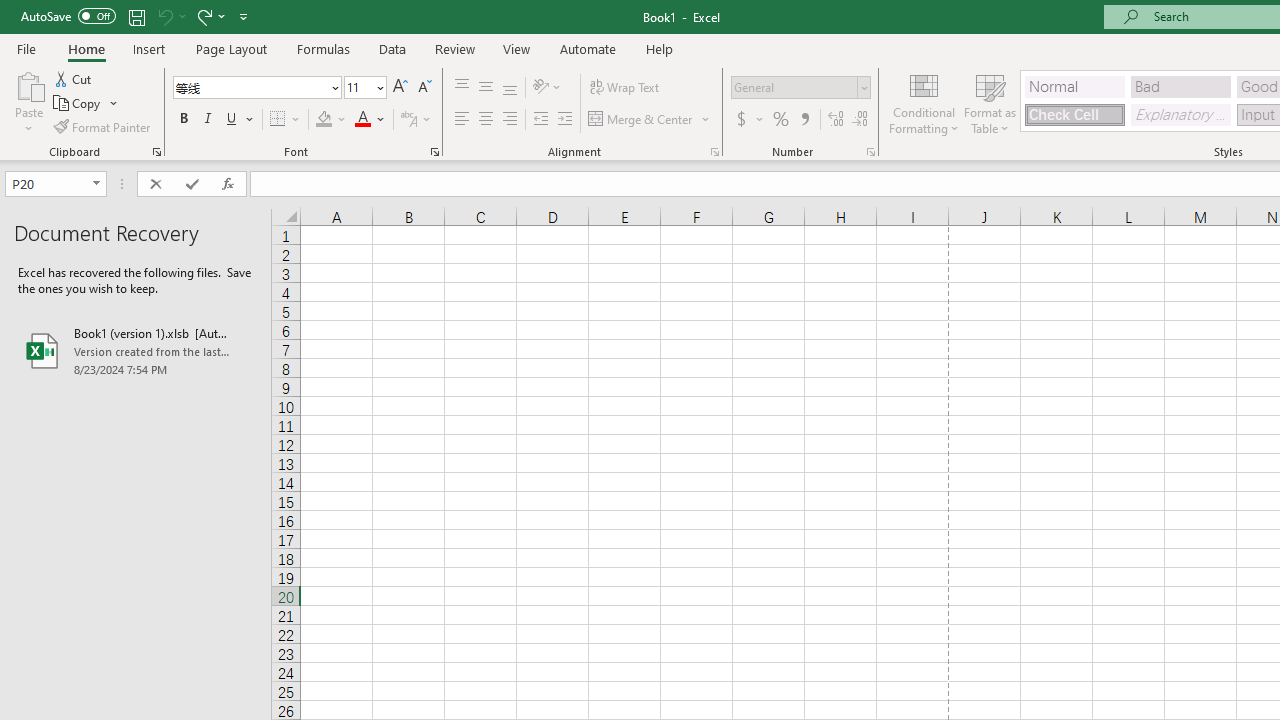 This screenshot has height=720, width=1280. Describe the element at coordinates (740, 119) in the screenshot. I see `'Accounting Number Format'` at that location.